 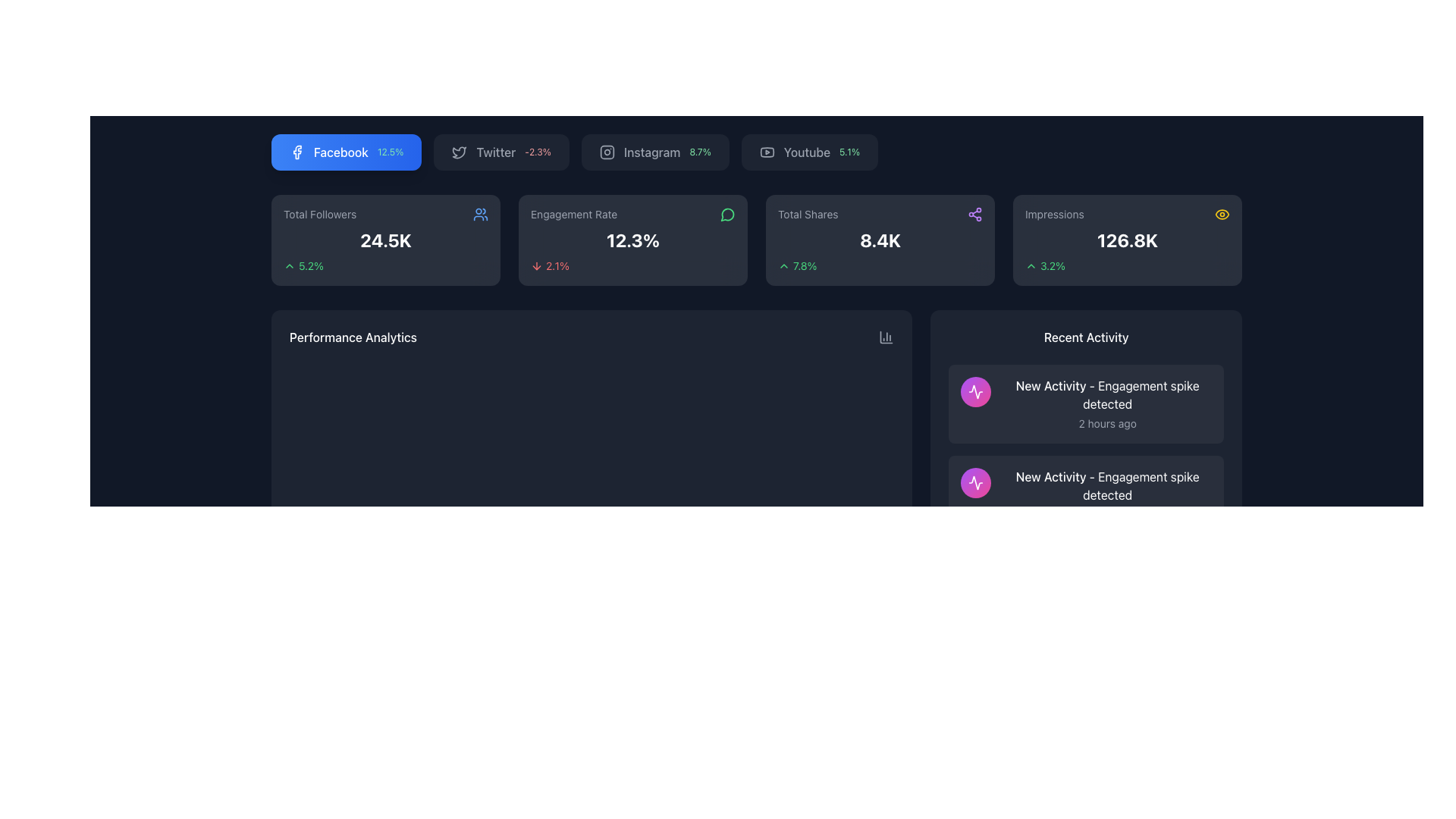 I want to click on the Text label displaying a percentage value next to the 'Instagram' label in the Instagram-related panel, so click(x=699, y=152).